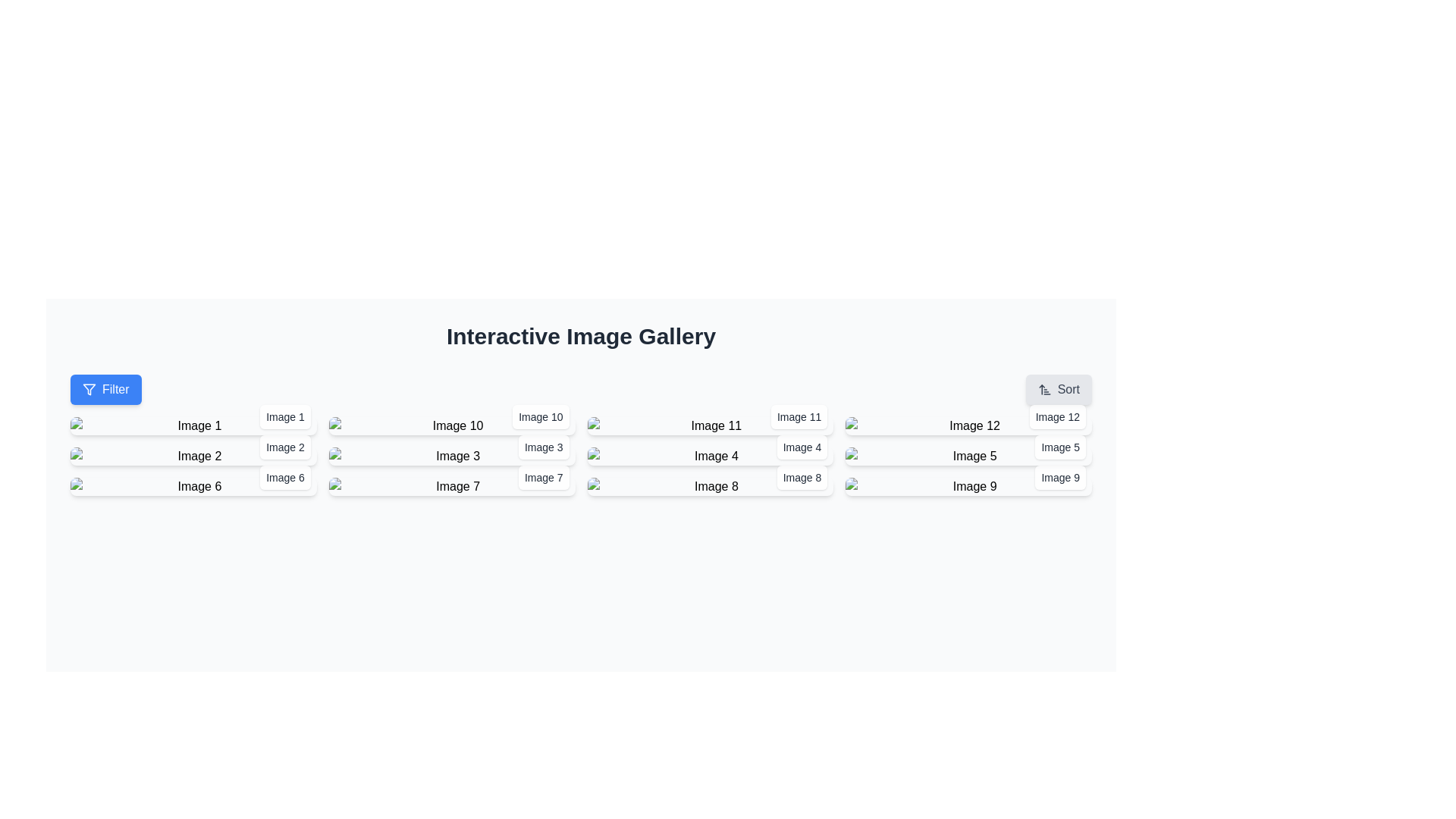  Describe the element at coordinates (1059, 476) in the screenshot. I see `displayed text 'Image 9' from the text display in the bottom-right corner of the box` at that location.